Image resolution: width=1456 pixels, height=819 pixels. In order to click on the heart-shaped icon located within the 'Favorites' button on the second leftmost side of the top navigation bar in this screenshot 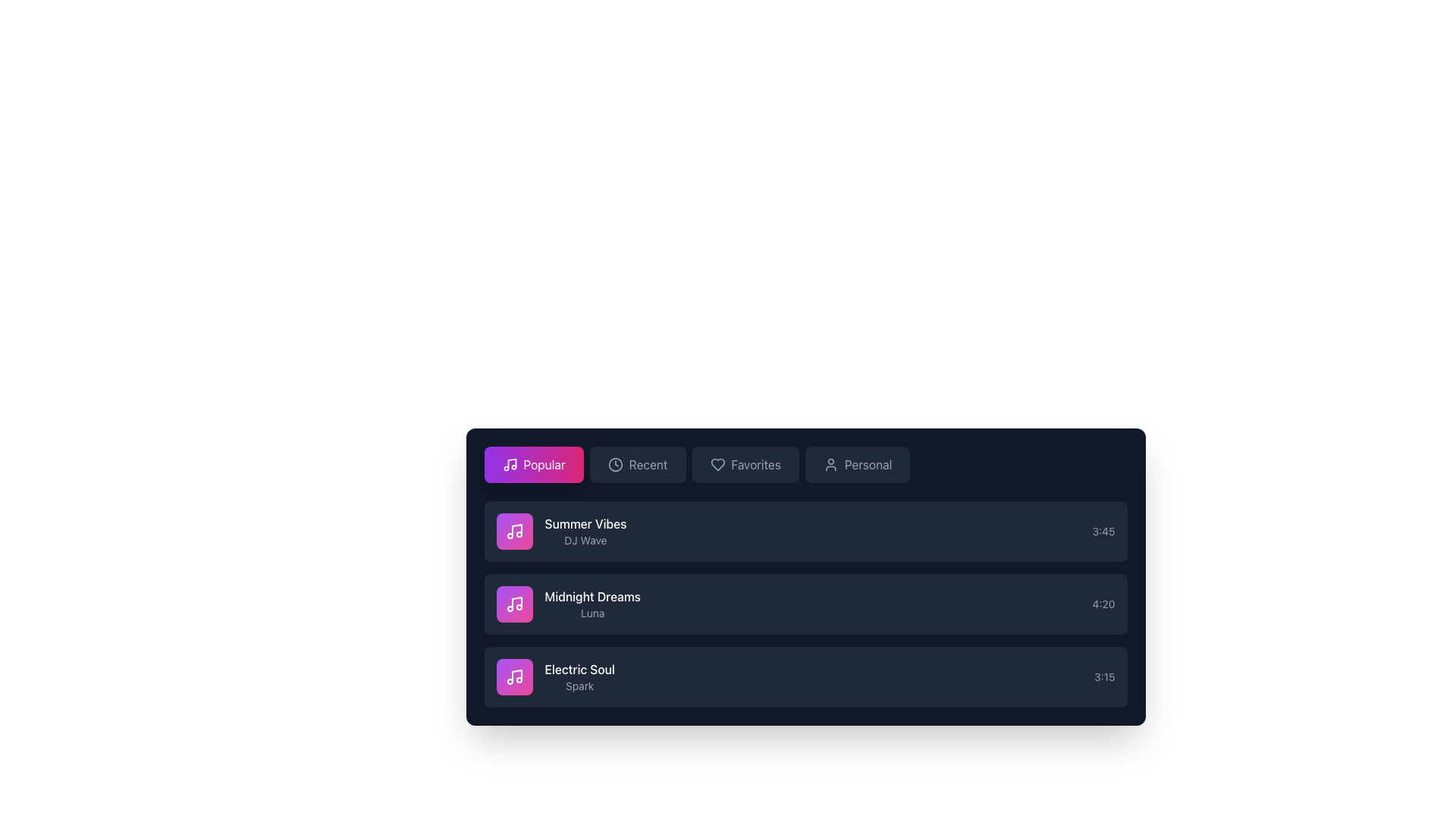, I will do `click(717, 464)`.